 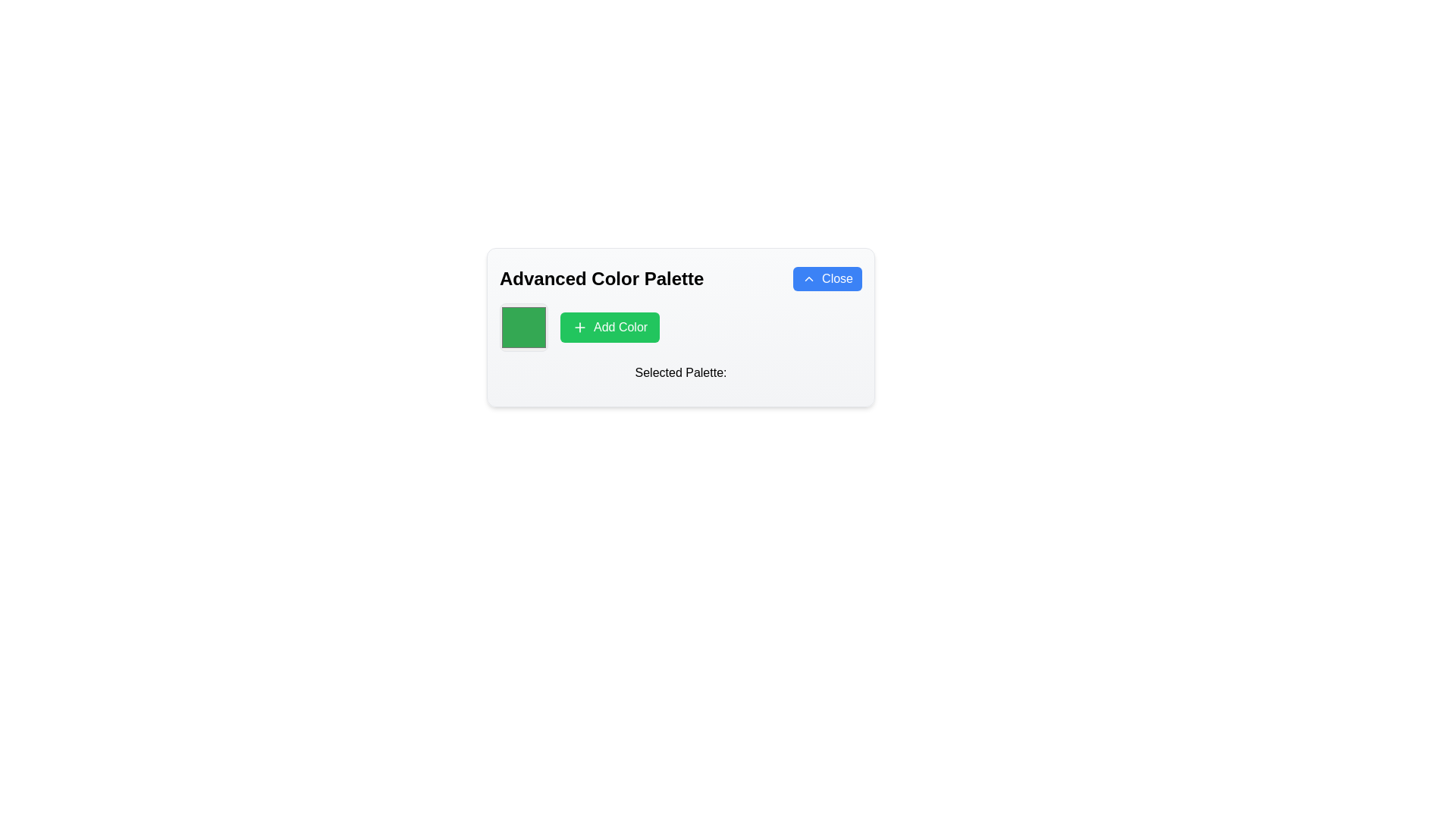 What do you see at coordinates (579, 327) in the screenshot?
I see `the green rectangular button labeled 'Add Color'` at bounding box center [579, 327].